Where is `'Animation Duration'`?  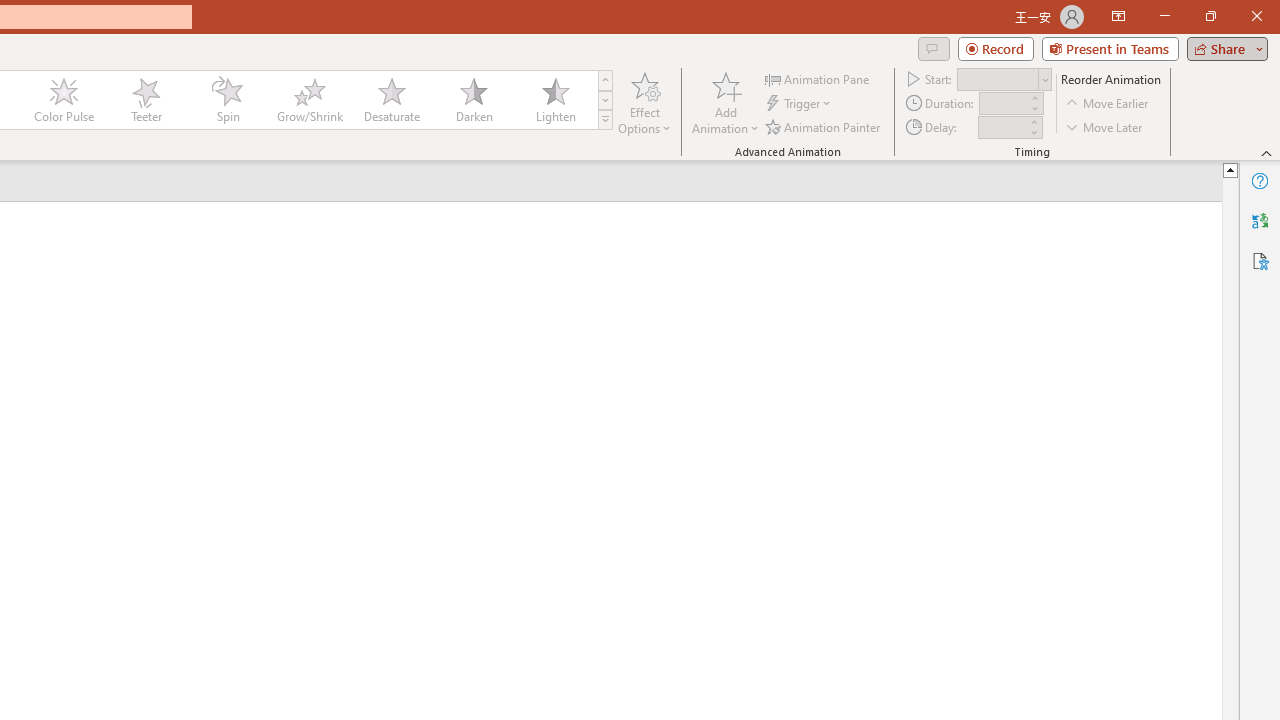
'Animation Duration' is located at coordinates (1003, 103).